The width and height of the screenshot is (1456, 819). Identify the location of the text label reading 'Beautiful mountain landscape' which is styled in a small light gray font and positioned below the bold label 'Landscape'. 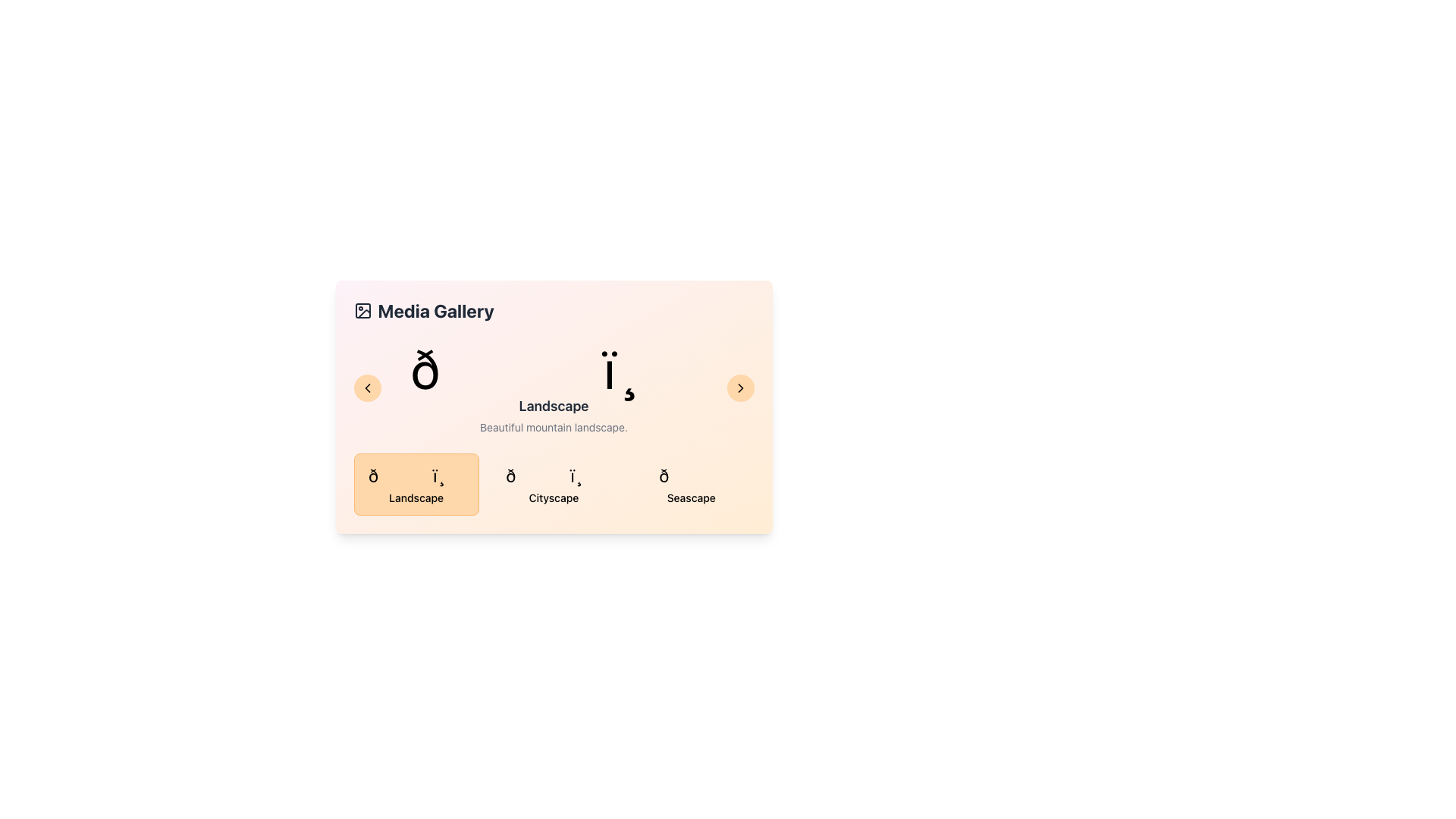
(553, 427).